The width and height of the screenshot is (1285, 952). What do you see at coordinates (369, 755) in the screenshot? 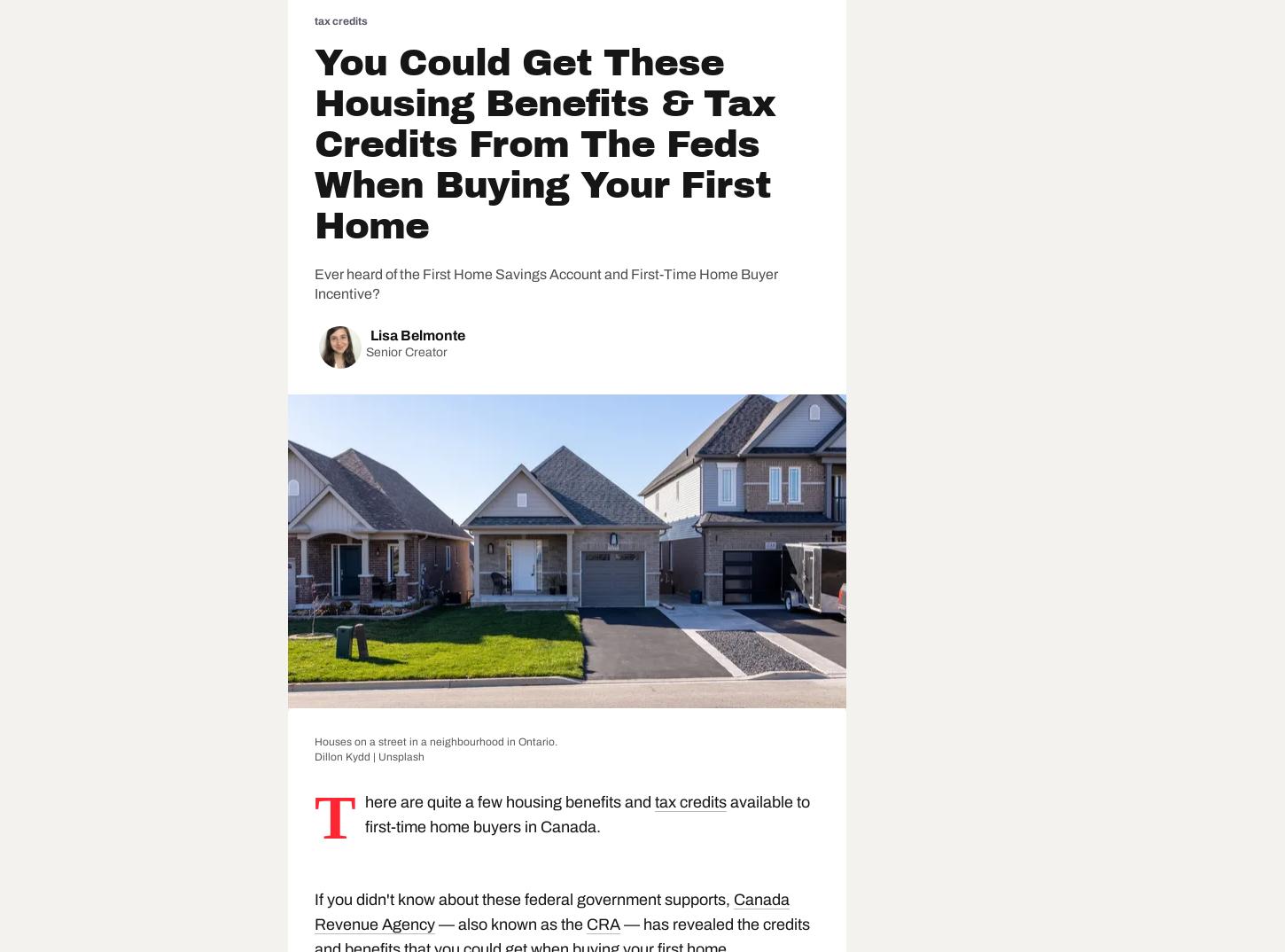
I see `'Dillon Kydd | Unsplash'` at bounding box center [369, 755].